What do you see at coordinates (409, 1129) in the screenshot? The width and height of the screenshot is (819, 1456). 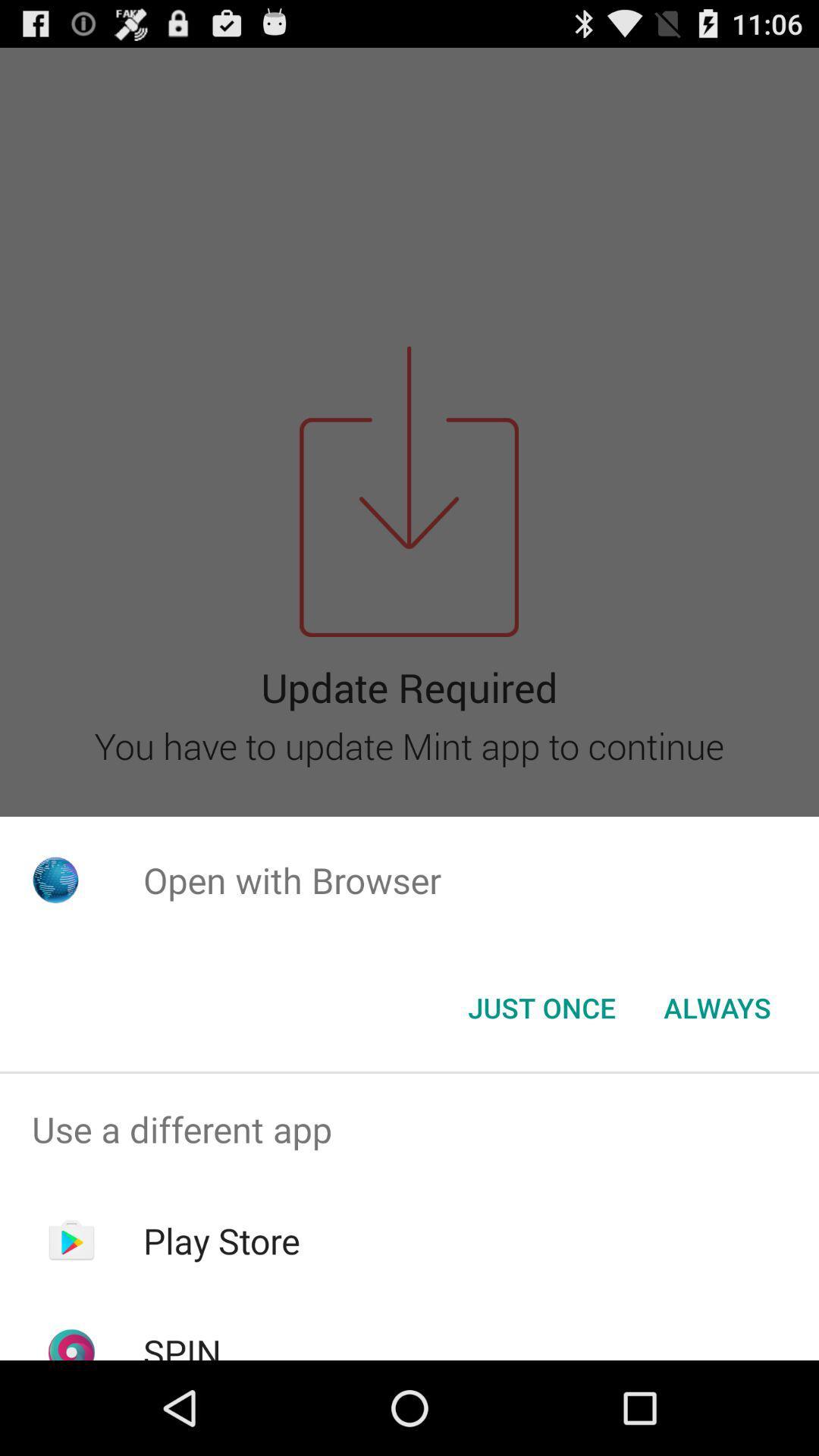 I see `use a different item` at bounding box center [409, 1129].